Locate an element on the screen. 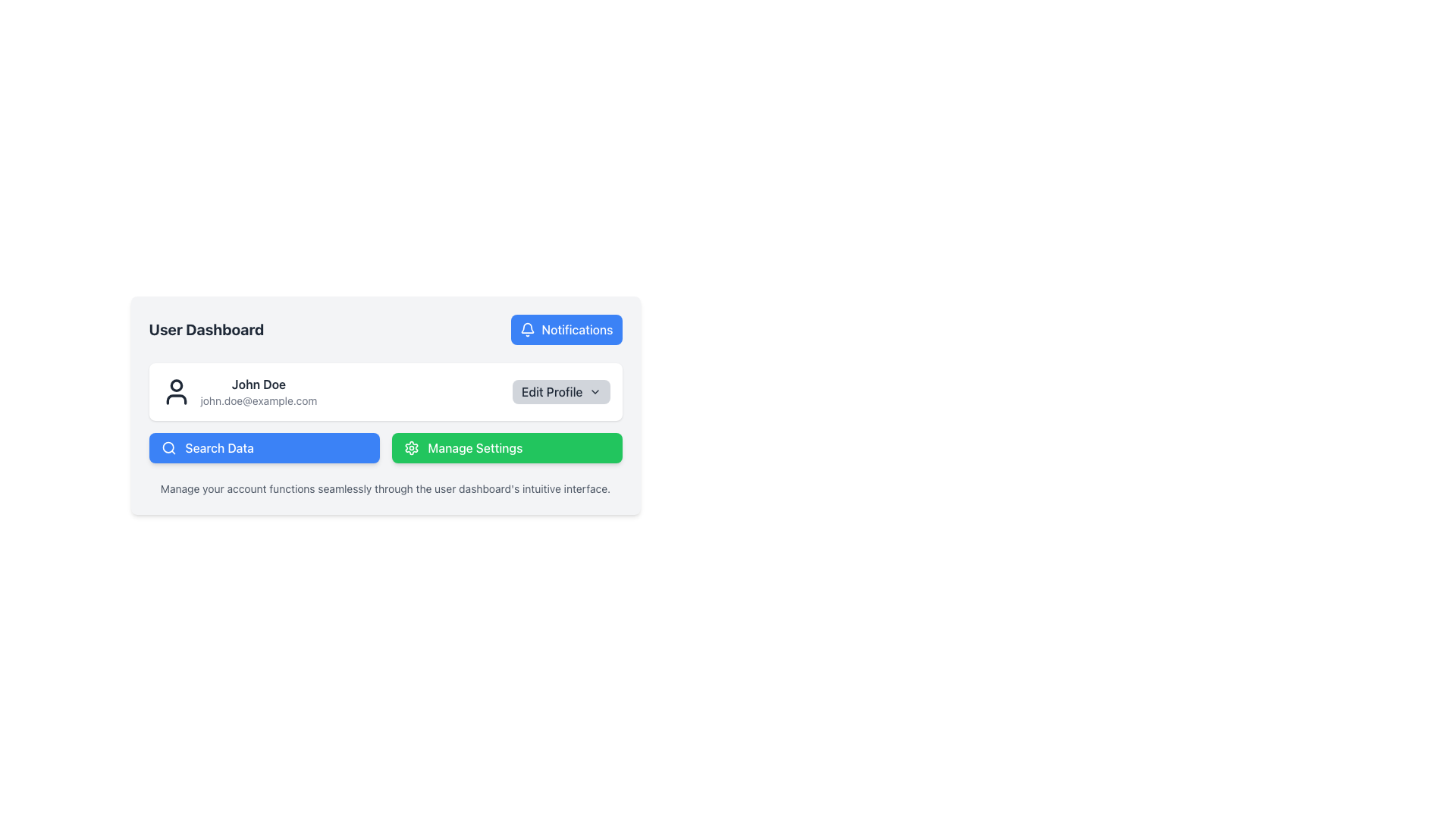  the user profile icon, which resembles a circle atop a smaller semi-circle, located immediately to the left of the text 'John Doe' and 'john.doe@example.com' is located at coordinates (176, 391).